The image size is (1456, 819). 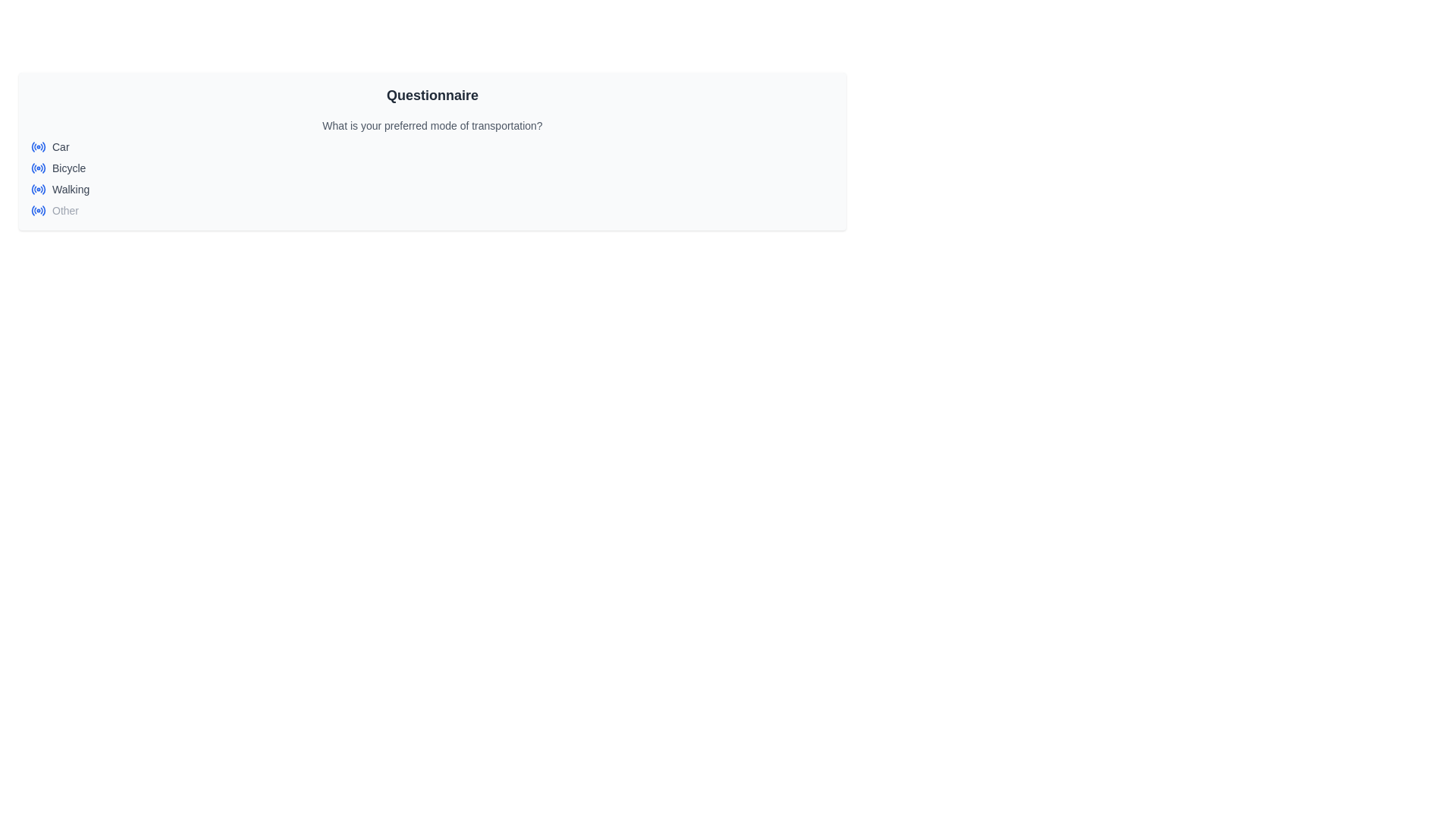 I want to click on static text label for the 'Walking' option in the multiple-choice question, which is the third option in the list, so click(x=70, y=189).